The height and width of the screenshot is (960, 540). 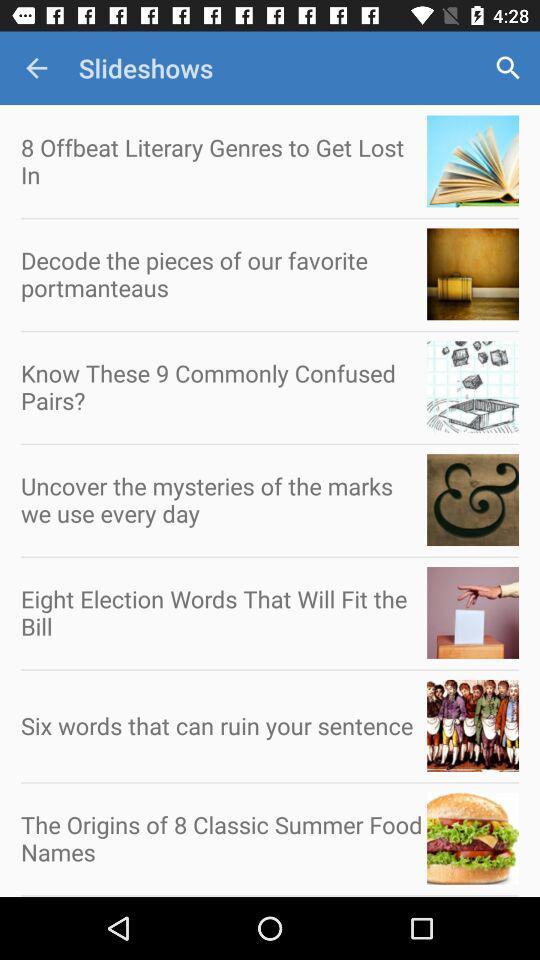 I want to click on the icon above the 8 offbeat literary icon, so click(x=36, y=68).